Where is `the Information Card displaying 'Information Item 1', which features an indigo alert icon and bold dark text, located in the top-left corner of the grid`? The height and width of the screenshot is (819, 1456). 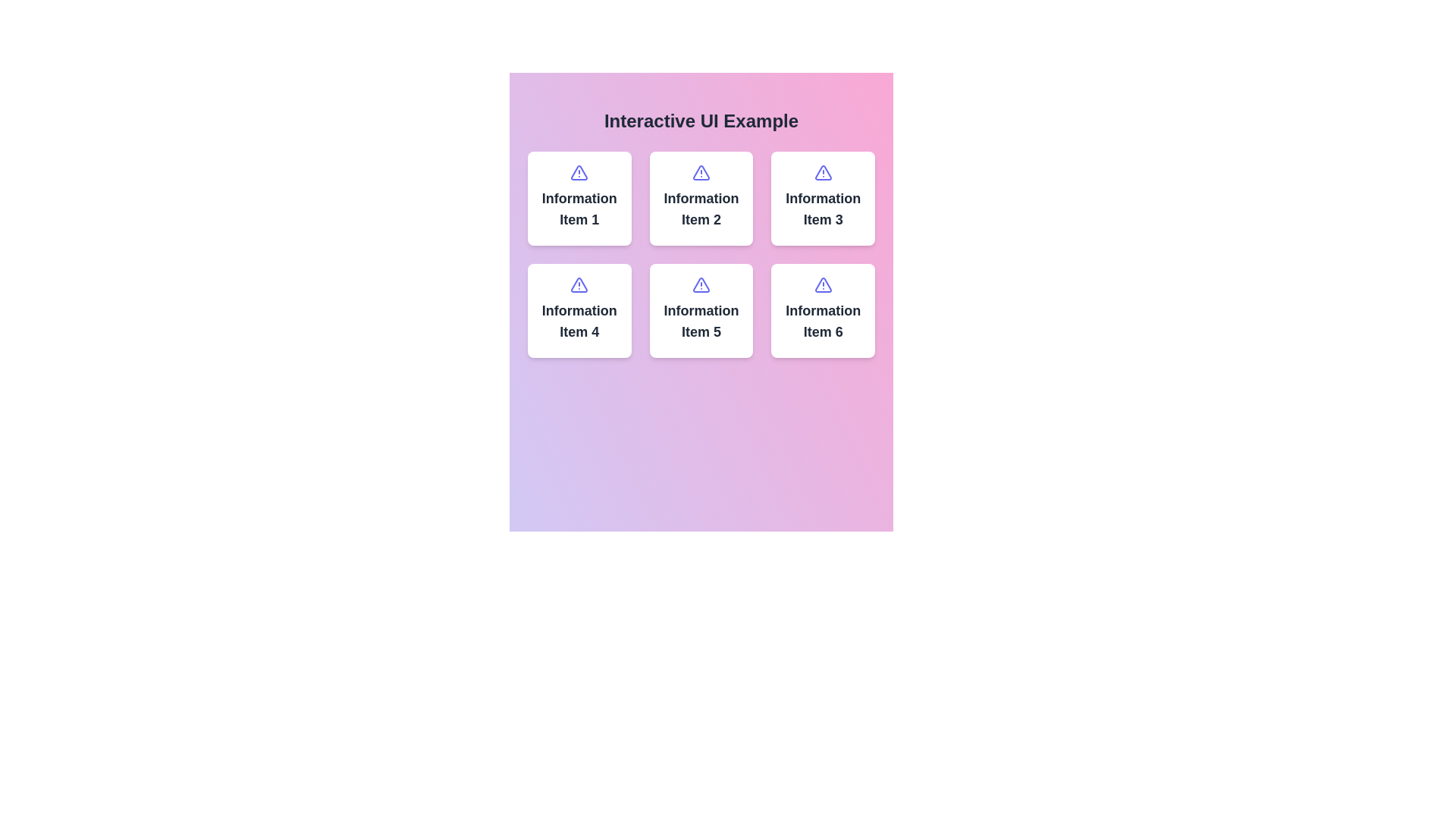
the Information Card displaying 'Information Item 1', which features an indigo alert icon and bold dark text, located in the top-left corner of the grid is located at coordinates (579, 198).